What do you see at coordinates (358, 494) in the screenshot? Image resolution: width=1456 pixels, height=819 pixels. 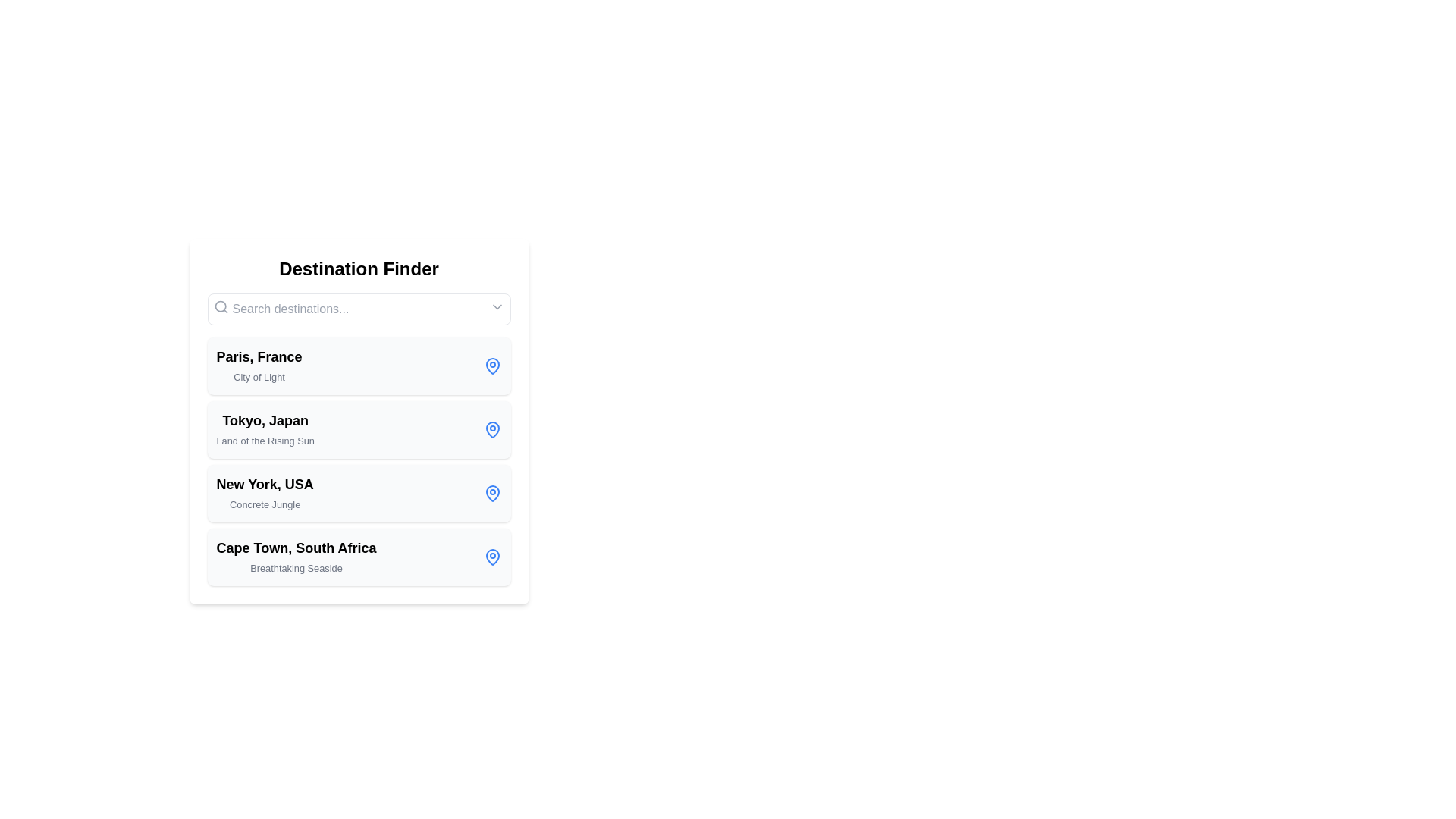 I see `the List item card representing the destination 'New York, USA', which includes the subtitle 'Concrete Jungle'. This card is the third item in a vertical list of cards` at bounding box center [358, 494].